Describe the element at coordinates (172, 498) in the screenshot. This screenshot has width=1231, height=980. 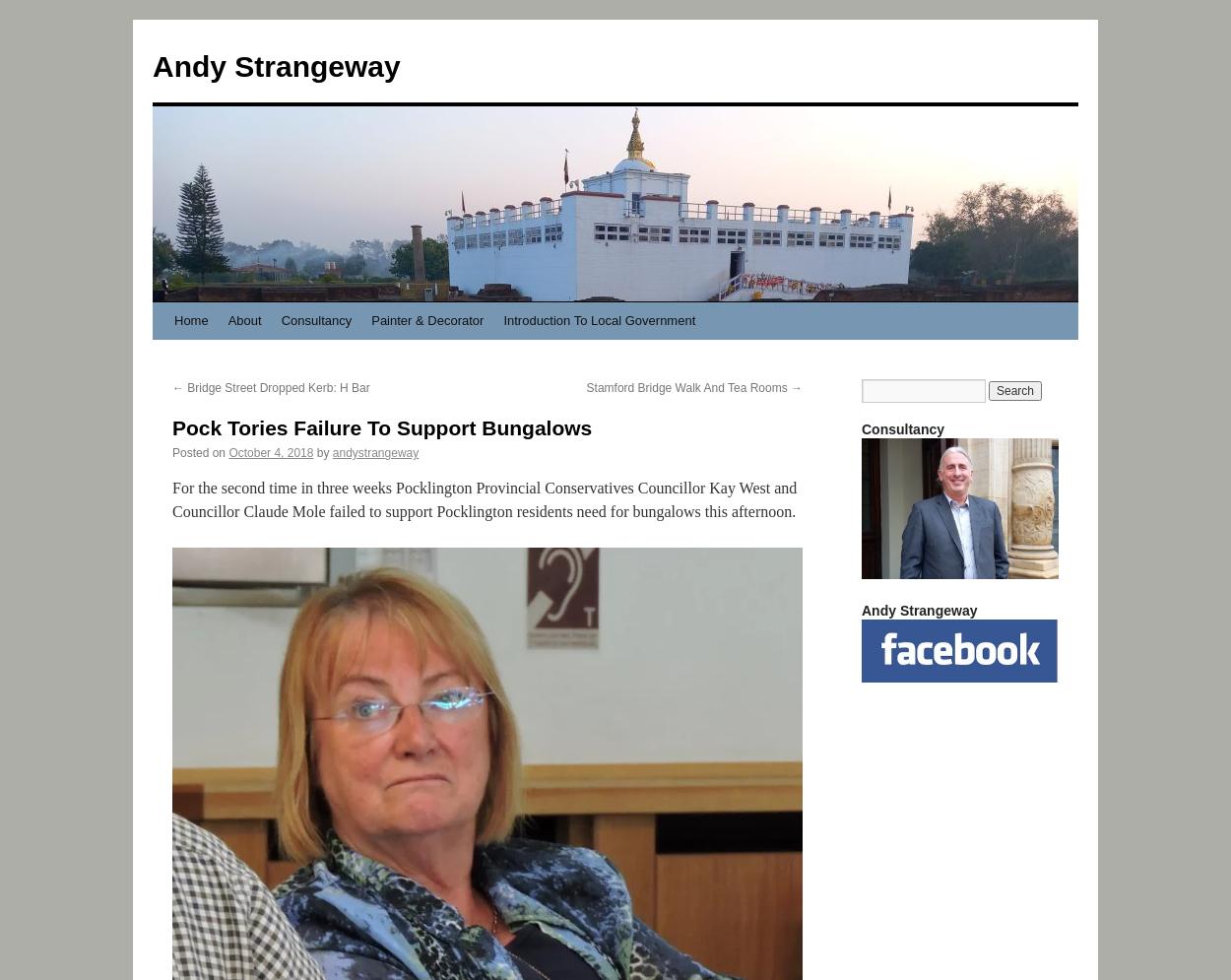
I see `'For the second time in three weeks Pocklington Provincial Conservatives Councillor Kay West and Councillor Claude Mole failed to support Pocklington residents need for bungalows this afternoon.'` at that location.